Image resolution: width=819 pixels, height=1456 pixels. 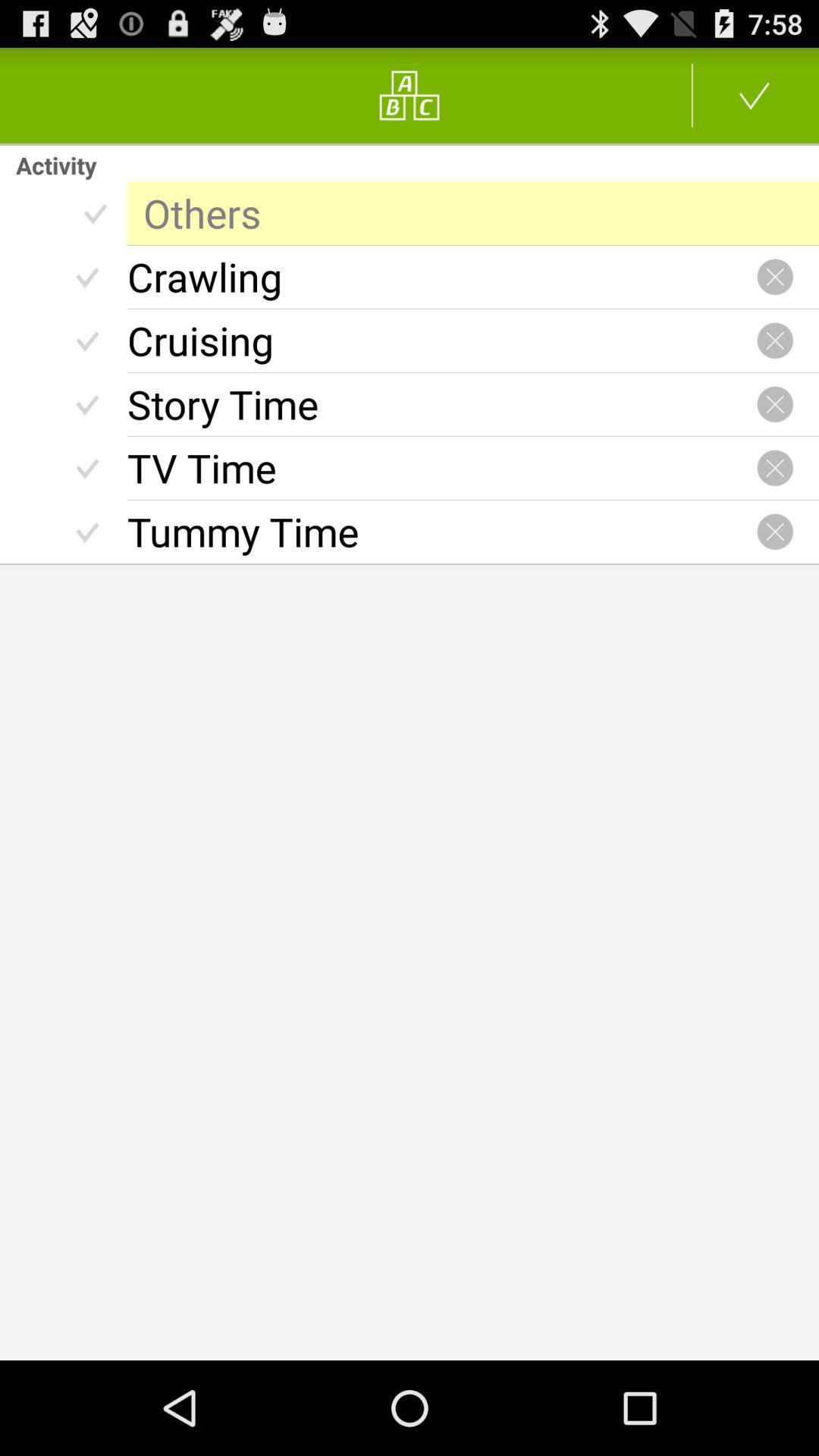 What do you see at coordinates (775, 296) in the screenshot?
I see `the close icon` at bounding box center [775, 296].